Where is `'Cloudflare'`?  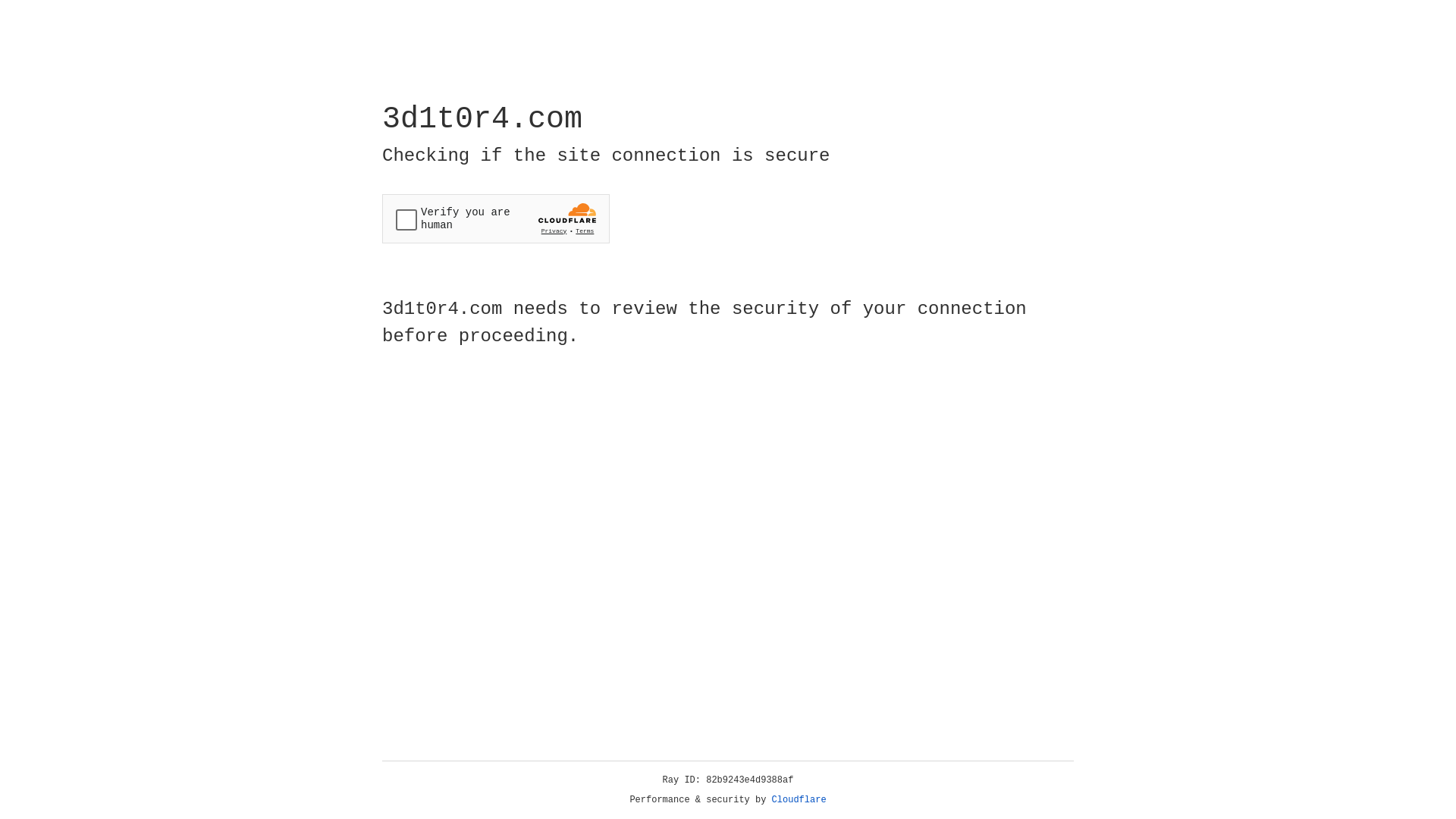 'Cloudflare' is located at coordinates (799, 799).